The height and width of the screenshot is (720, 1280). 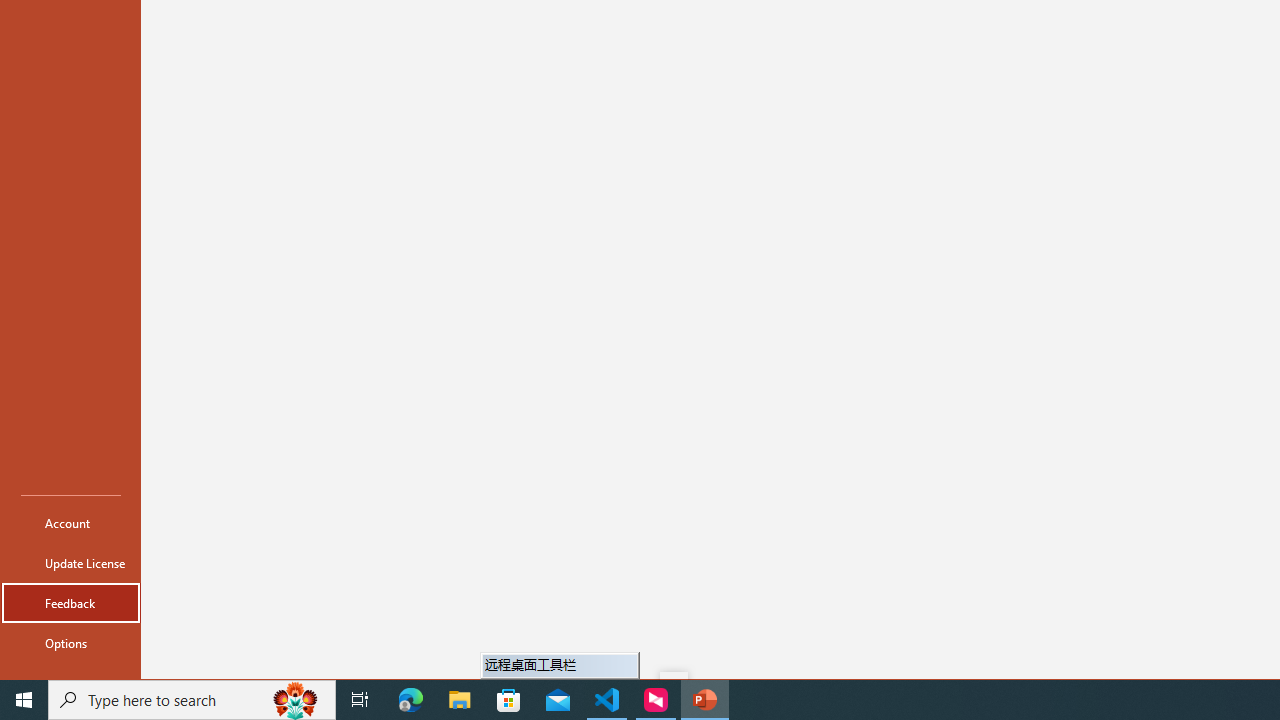 I want to click on 'Start', so click(x=24, y=698).